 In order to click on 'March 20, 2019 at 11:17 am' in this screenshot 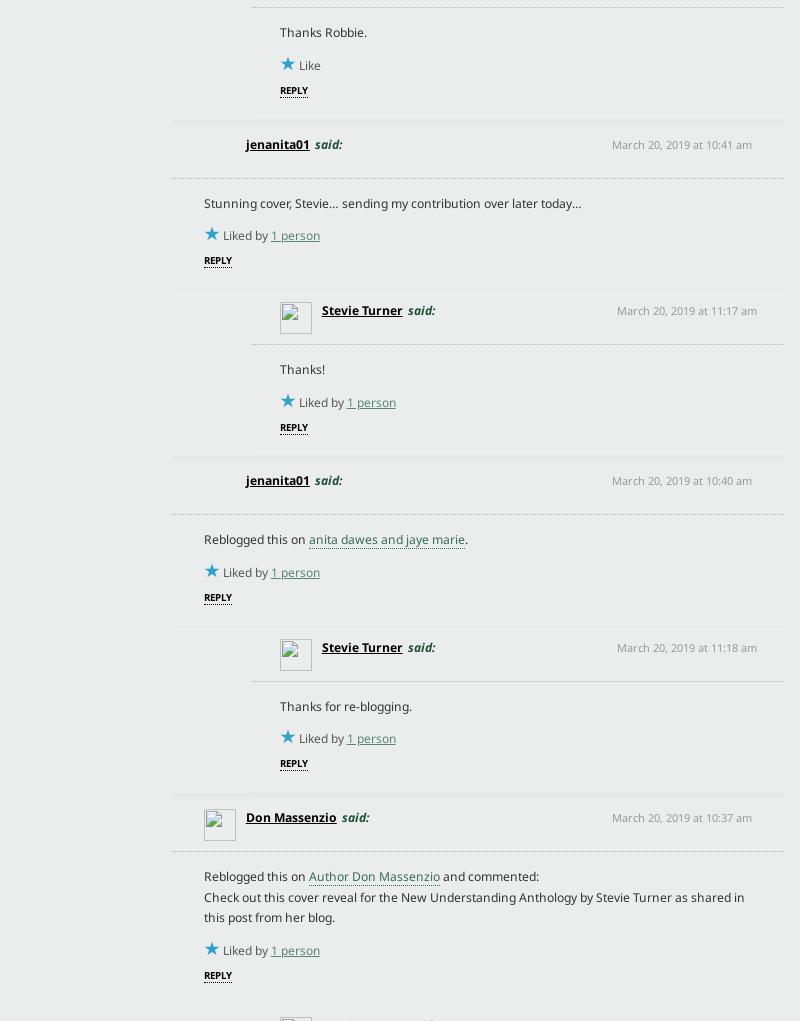, I will do `click(686, 309)`.